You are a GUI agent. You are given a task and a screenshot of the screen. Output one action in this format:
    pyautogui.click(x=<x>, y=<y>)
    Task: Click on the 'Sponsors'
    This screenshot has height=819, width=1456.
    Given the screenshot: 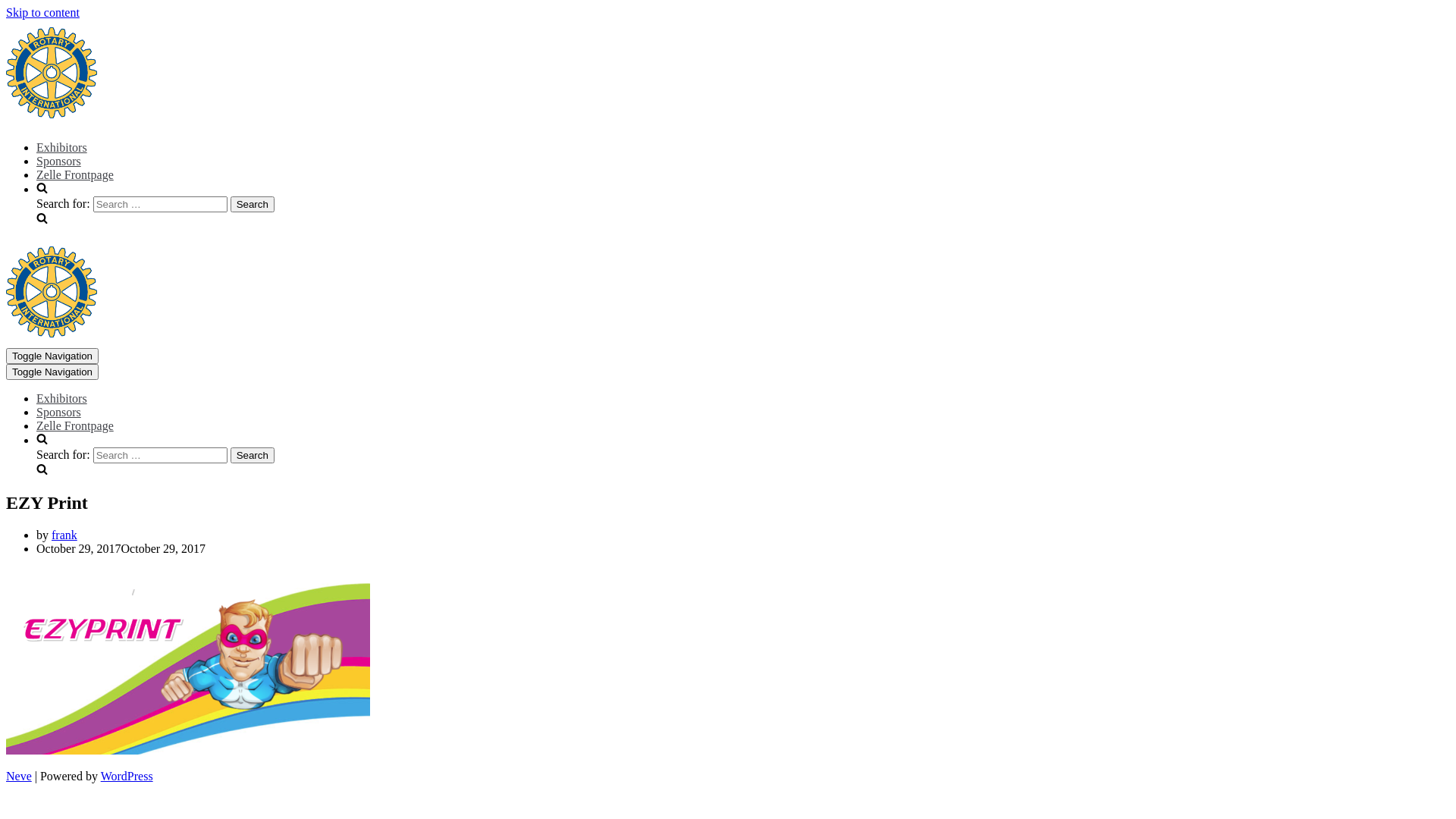 What is the action you would take?
    pyautogui.click(x=58, y=412)
    